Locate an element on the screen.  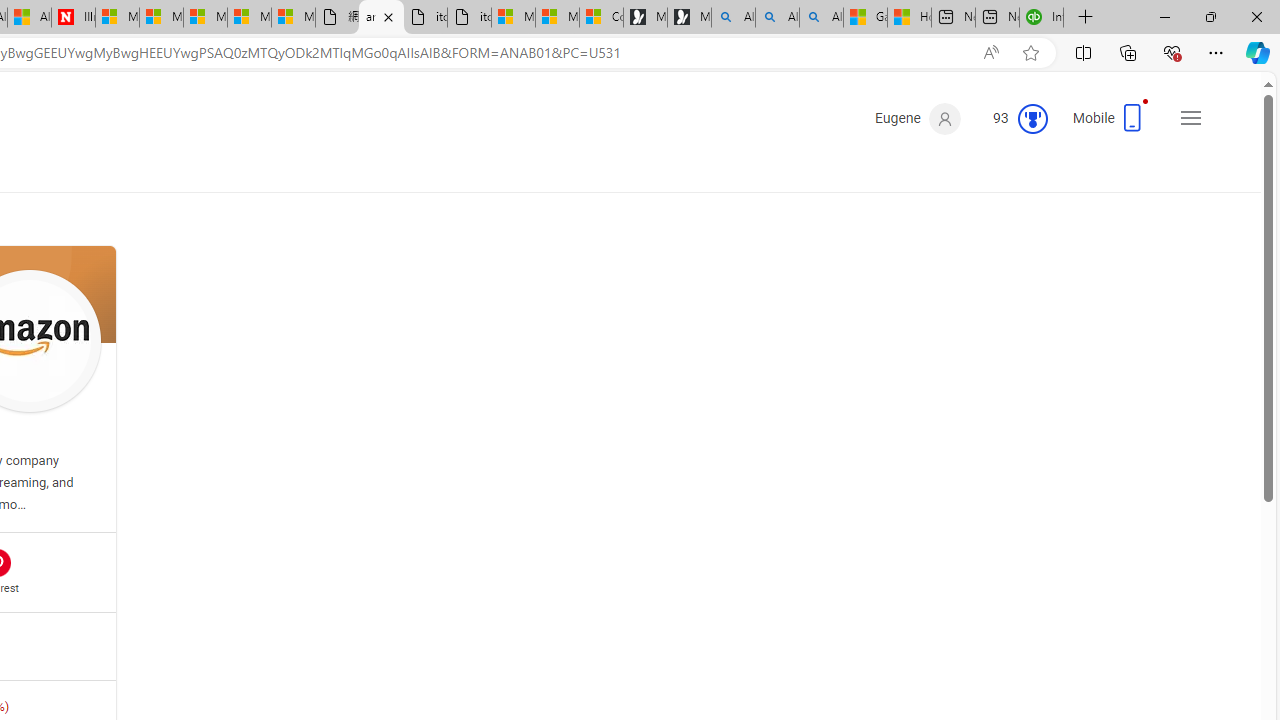
'Microsoft Services Agreement' is located at coordinates (161, 17).